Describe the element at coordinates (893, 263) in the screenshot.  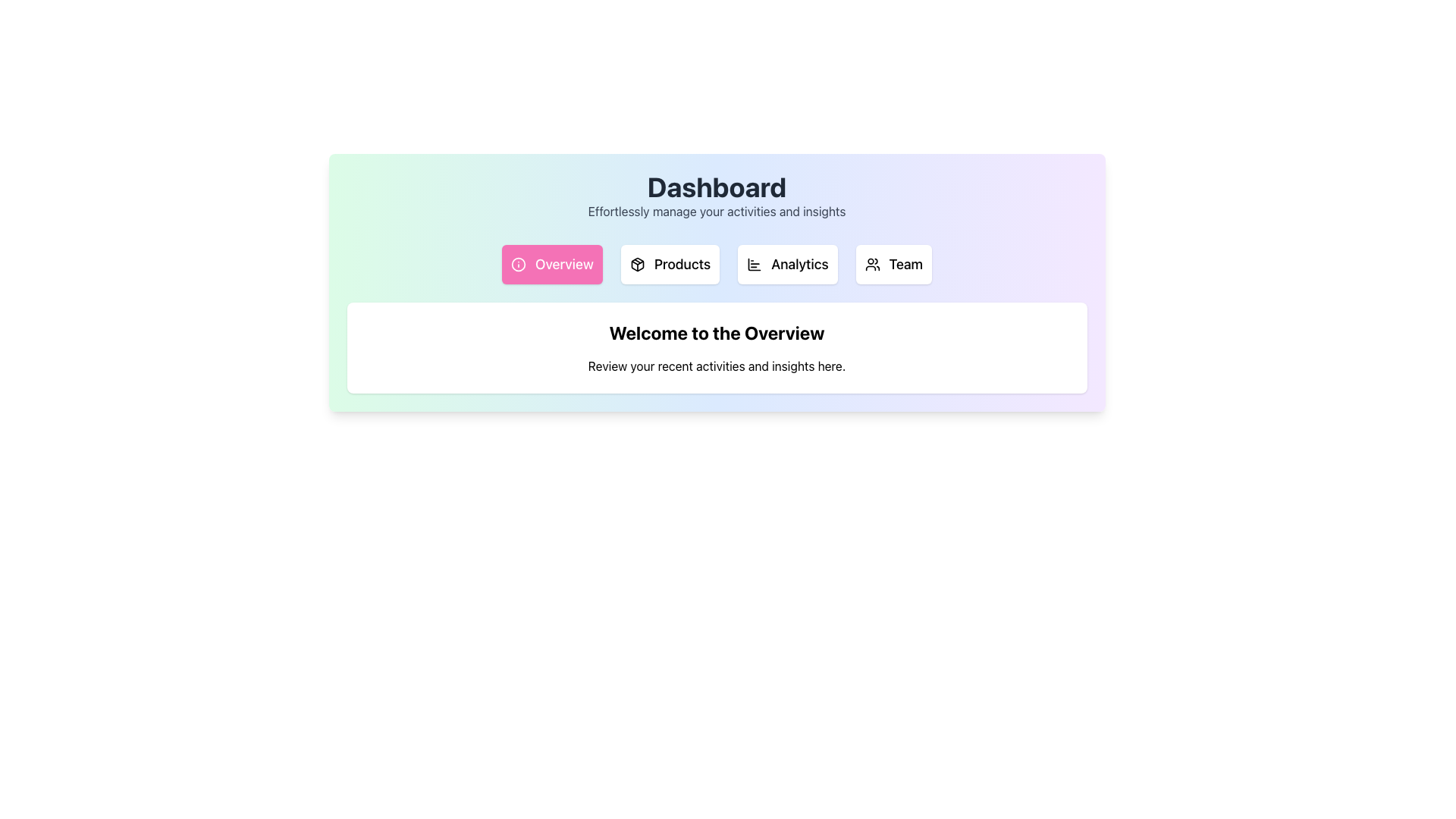
I see `the 'Team' button, which is a rectangular button with a white background, slightly rounded corners, and contains a black icon of a group of people next to bold black text 'Team'` at that location.